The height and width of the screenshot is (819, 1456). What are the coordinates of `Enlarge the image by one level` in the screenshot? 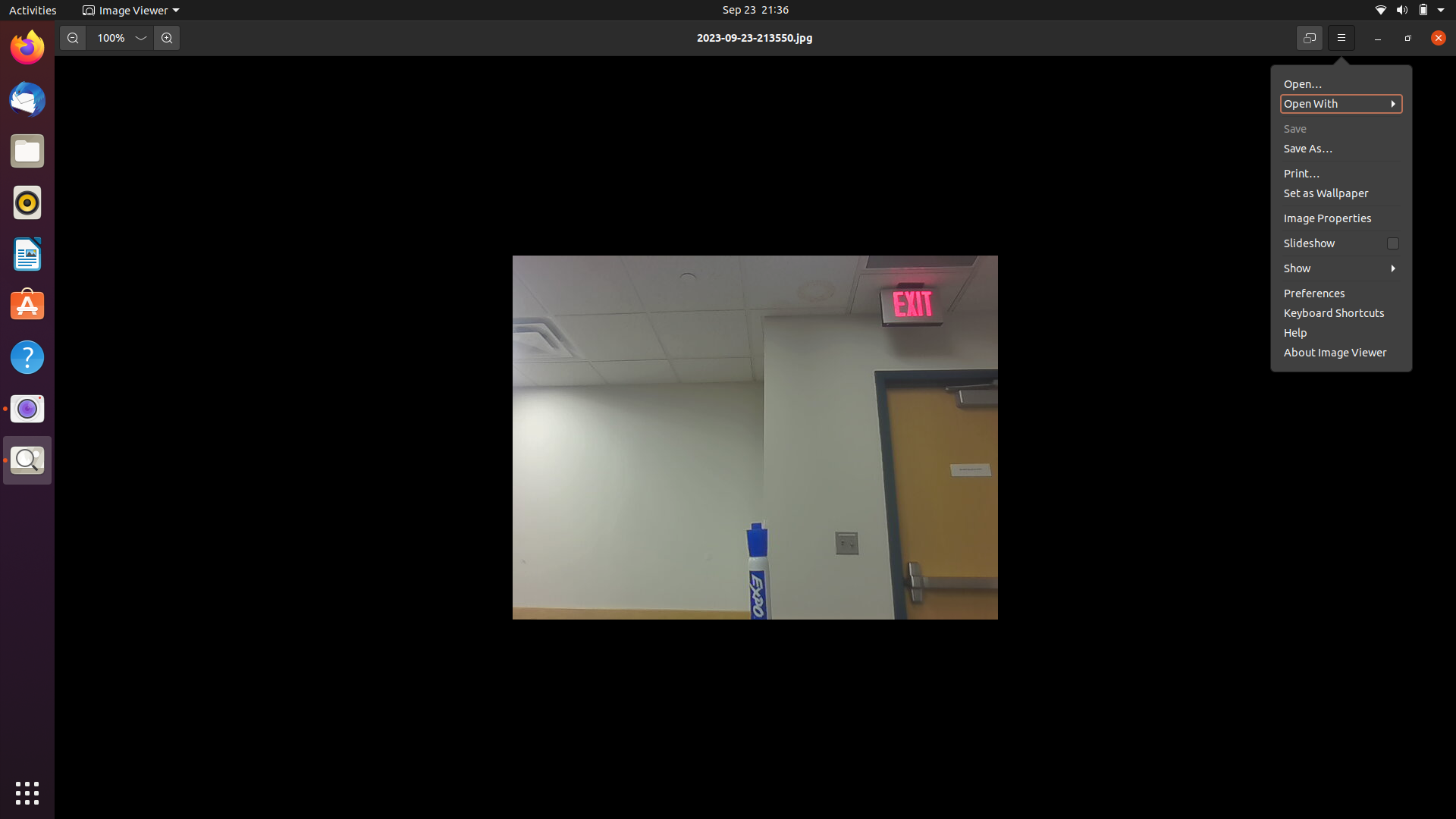 It's located at (166, 37).